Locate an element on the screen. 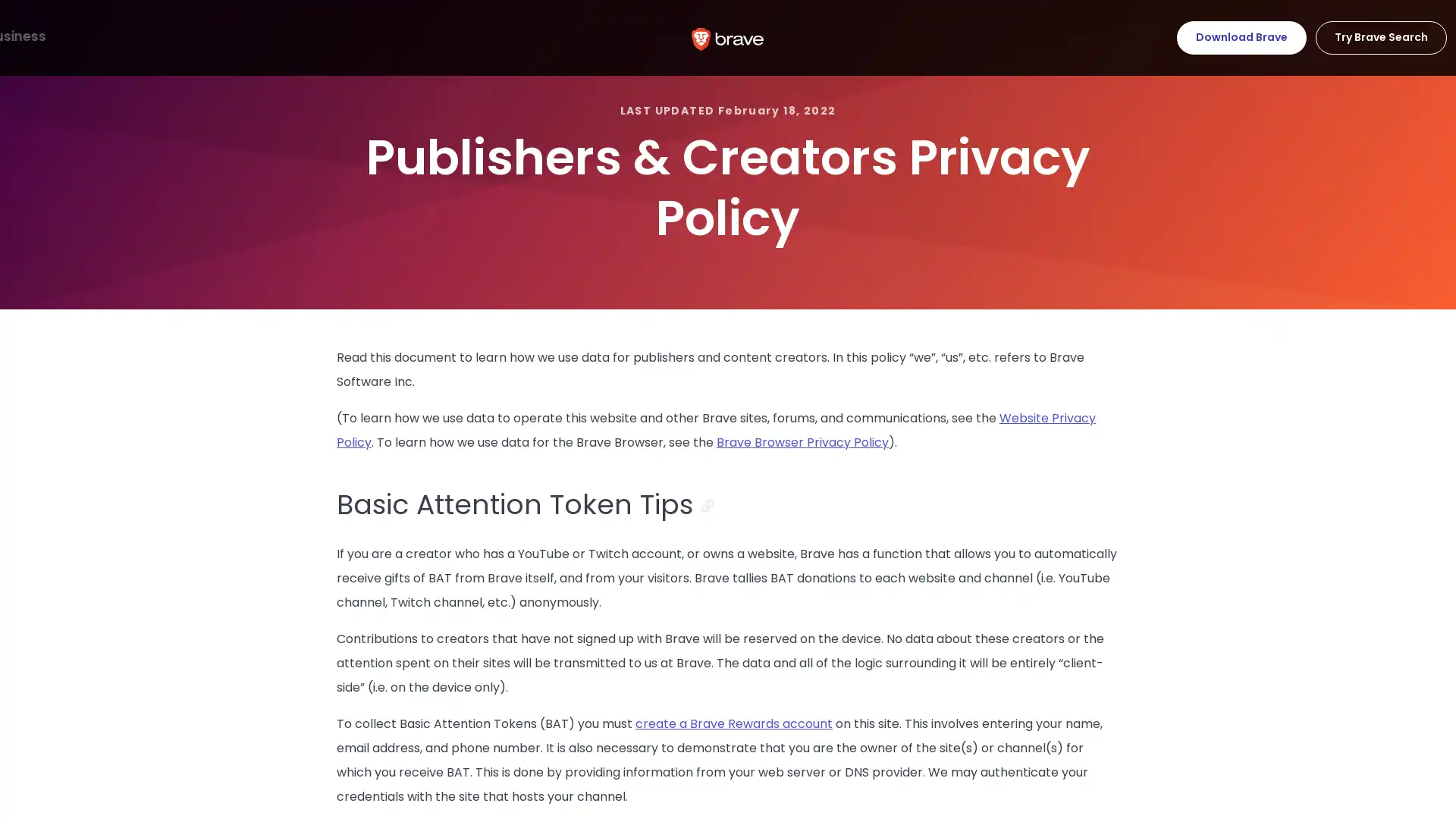  Business is located at coordinates (356, 36).